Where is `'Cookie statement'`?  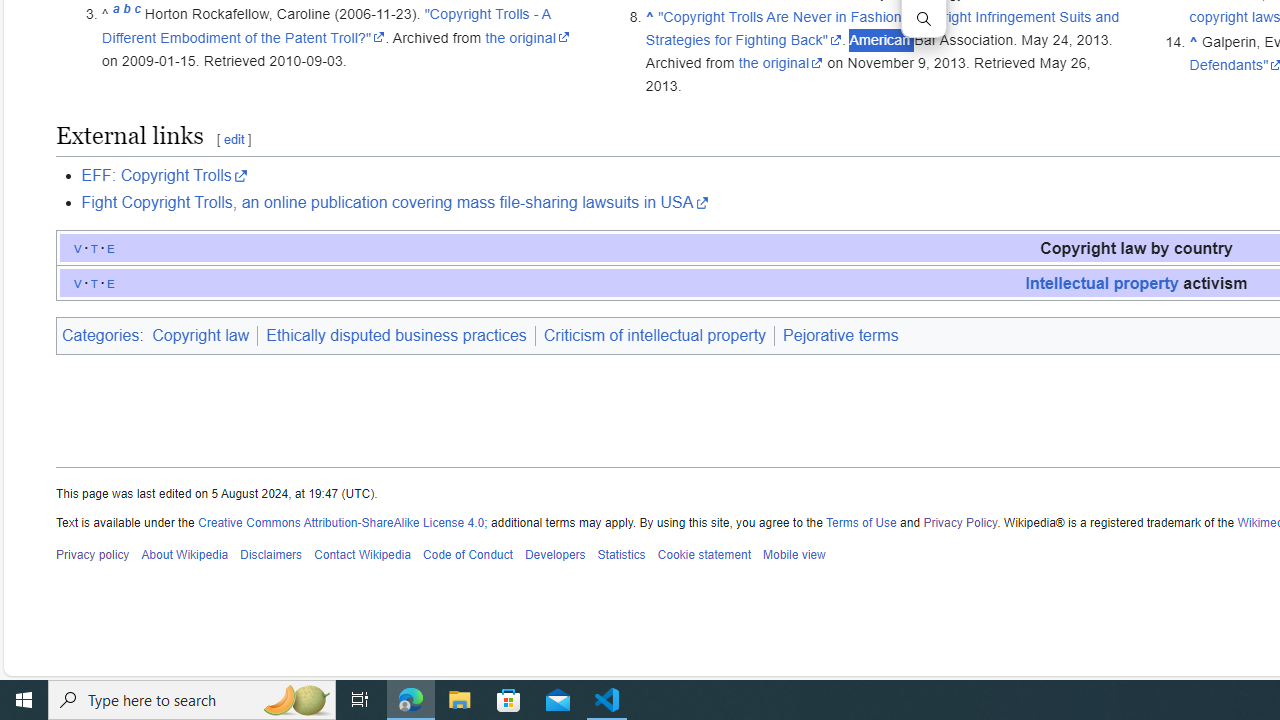
'Cookie statement' is located at coordinates (704, 555).